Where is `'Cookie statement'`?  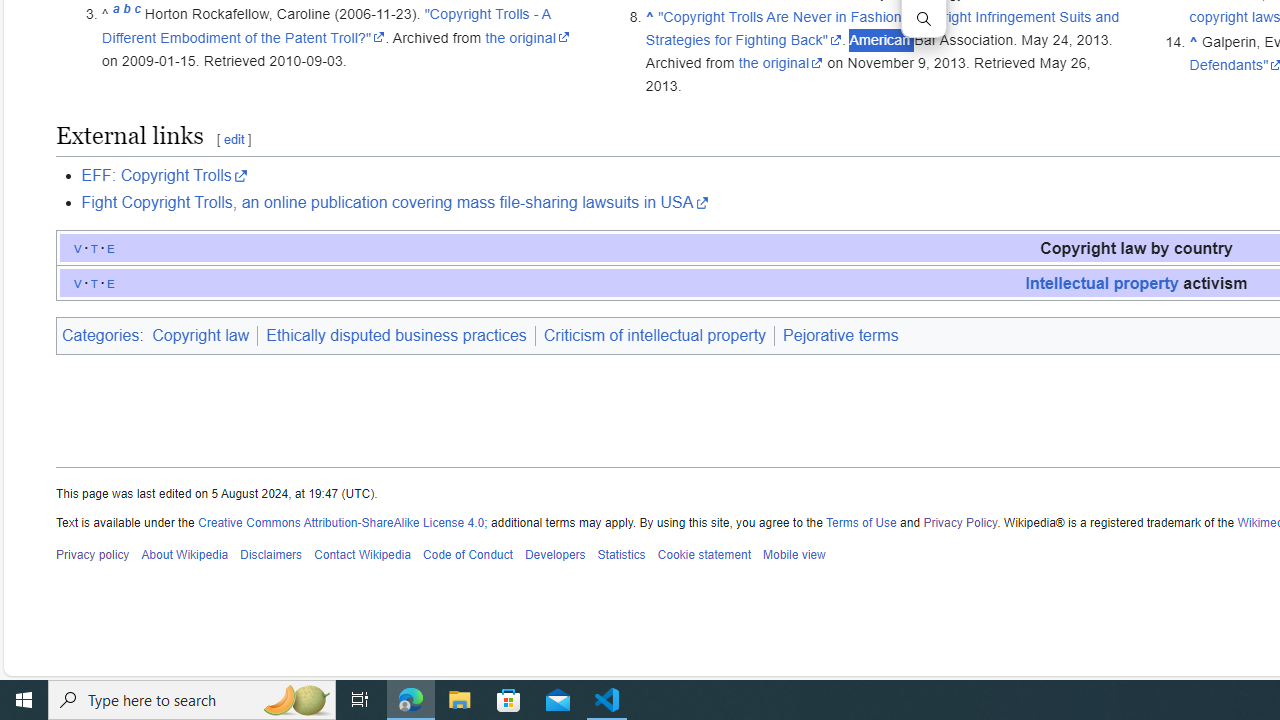
'Cookie statement' is located at coordinates (704, 555).